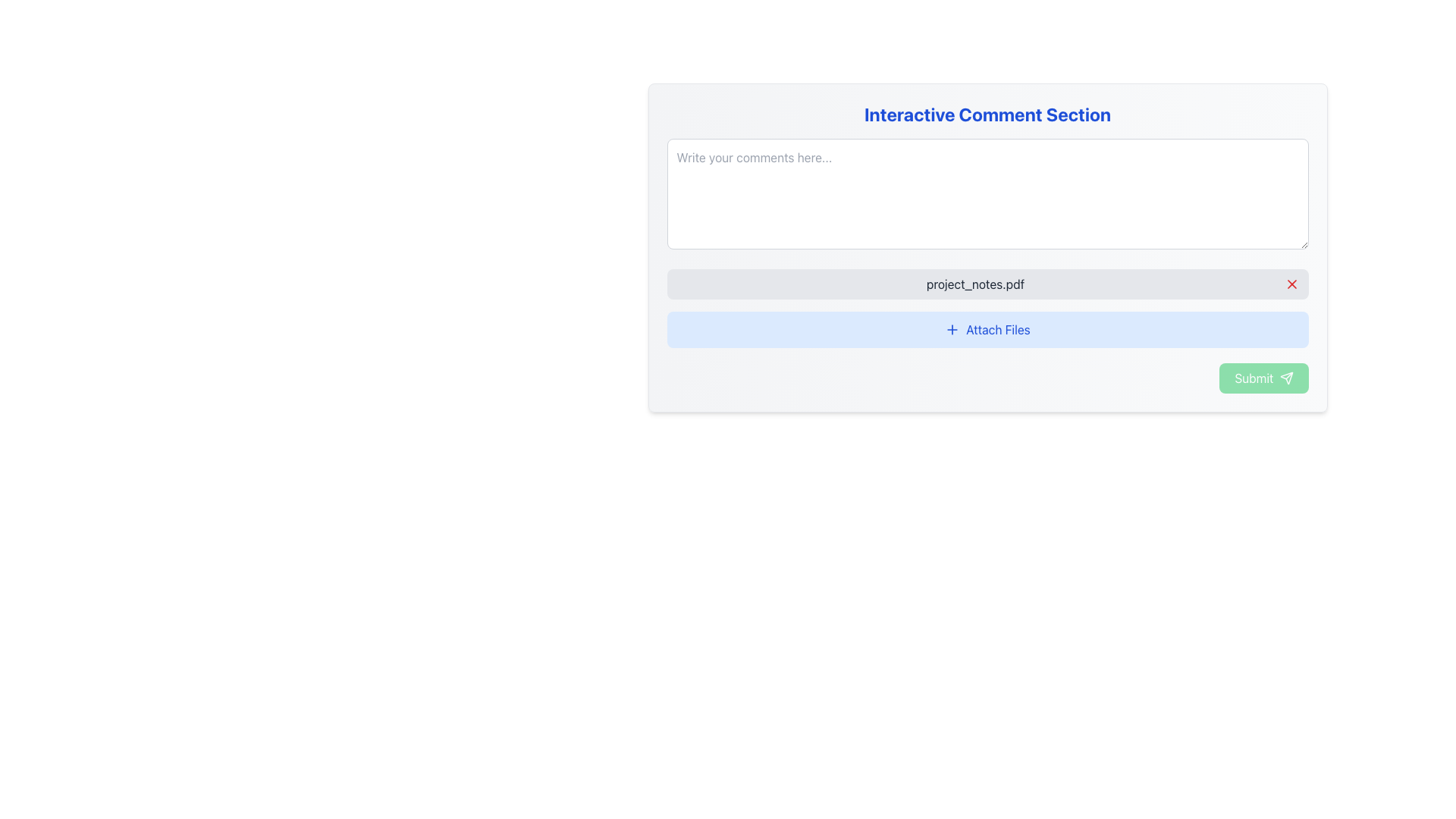 This screenshot has height=819, width=1456. What do you see at coordinates (952, 329) in the screenshot?
I see `the icon in the 'Attach Files' button` at bounding box center [952, 329].